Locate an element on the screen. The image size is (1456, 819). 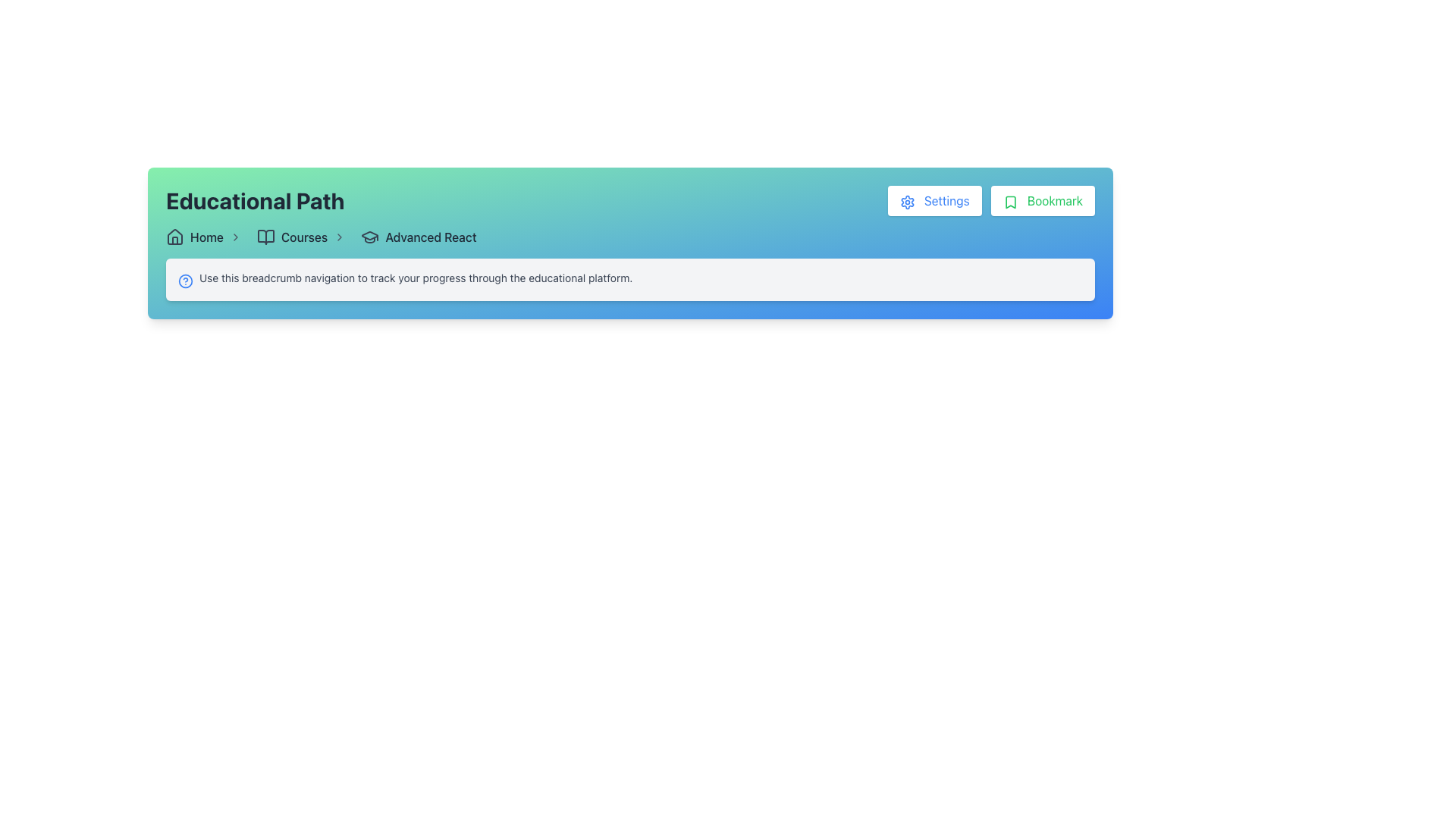
the current section title 'Advanced React' in the breadcrumb navigation, which is located at the top center-right of the header is located at coordinates (430, 237).